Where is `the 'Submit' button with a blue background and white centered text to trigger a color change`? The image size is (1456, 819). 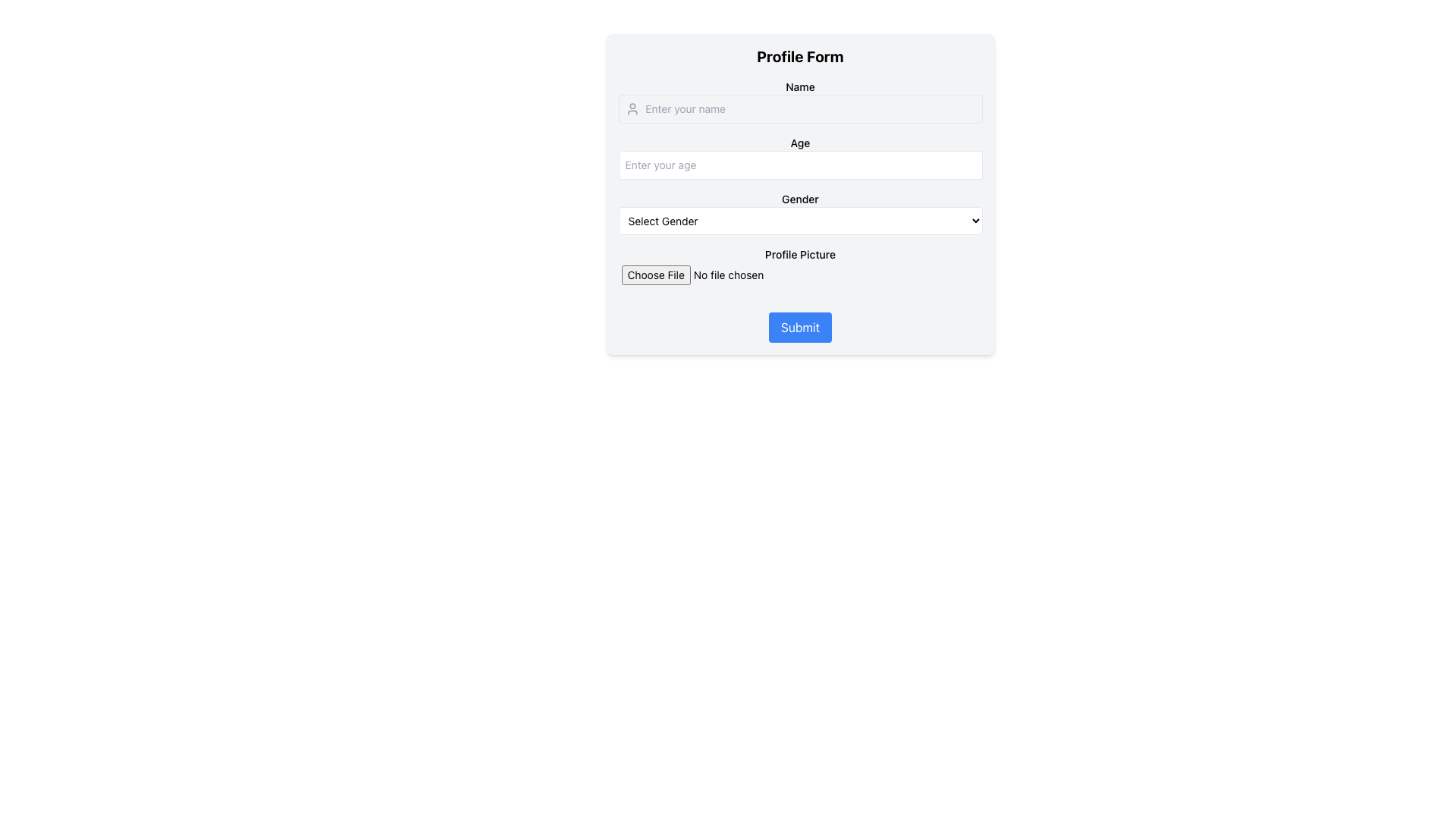 the 'Submit' button with a blue background and white centered text to trigger a color change is located at coordinates (799, 321).